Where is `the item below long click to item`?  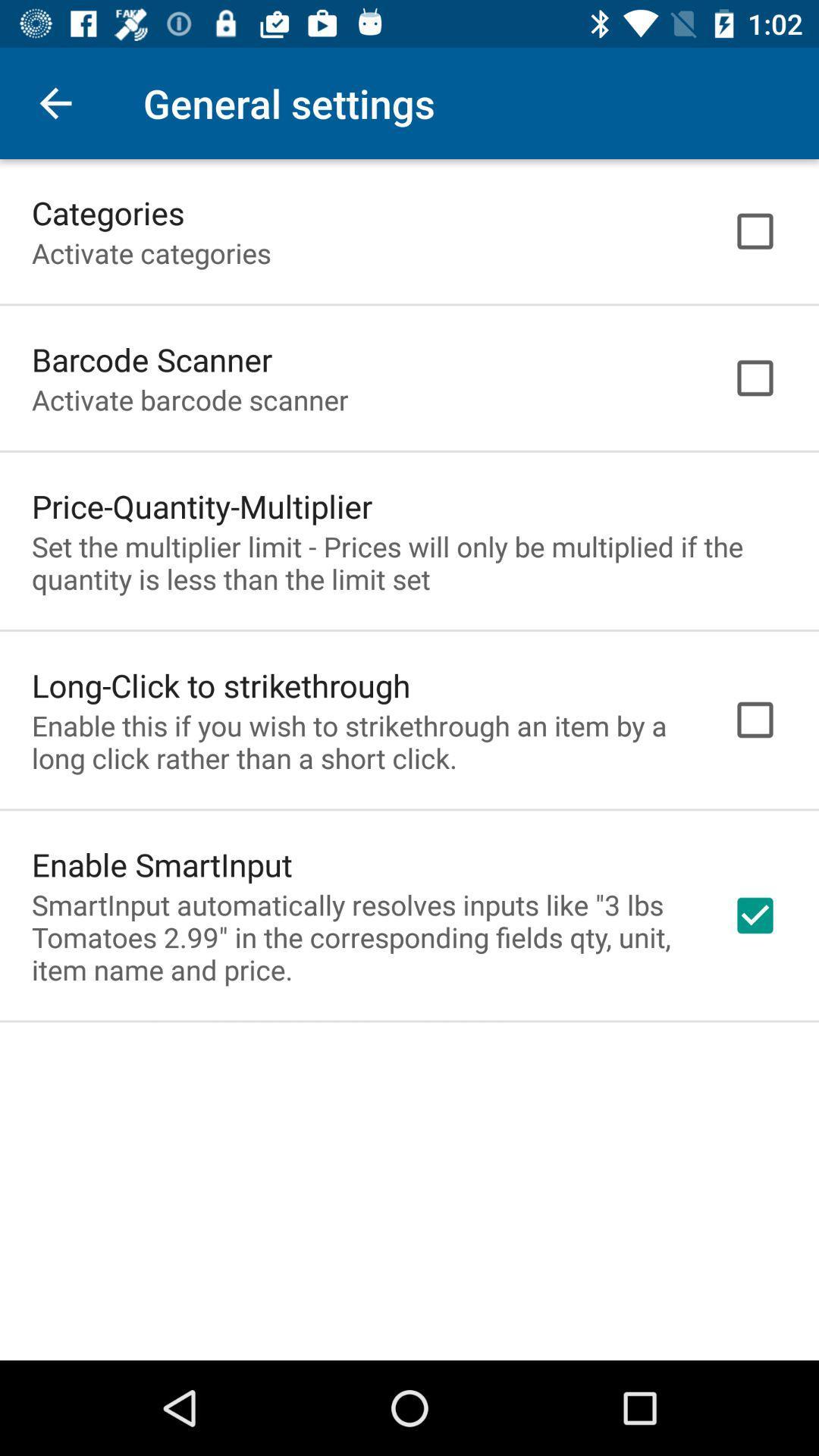
the item below long click to item is located at coordinates (362, 742).